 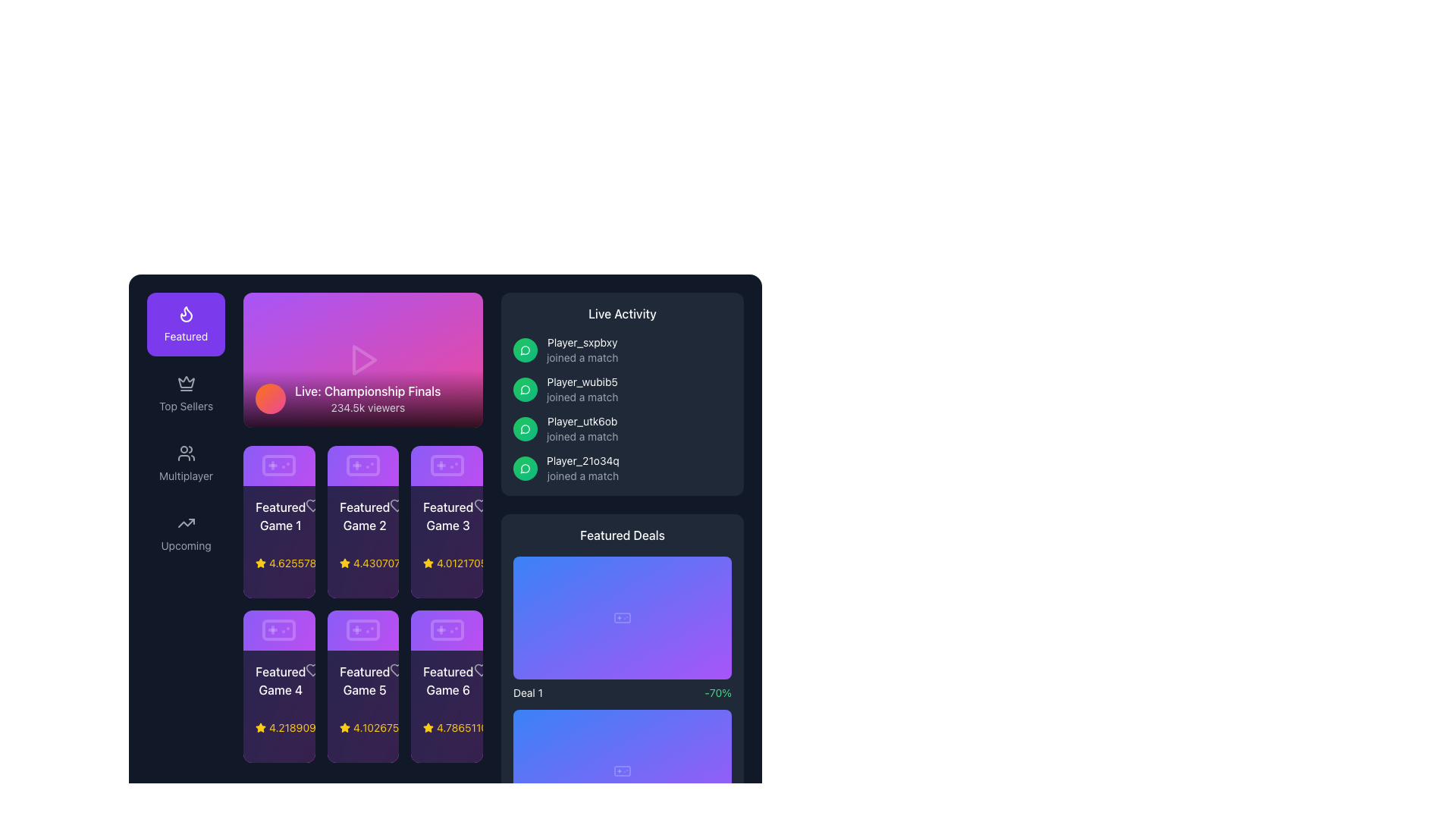 What do you see at coordinates (582, 421) in the screenshot?
I see `text label displaying the username 'Player_utk6ob' in the 'Live Activity' section, which is the third entry from the top` at bounding box center [582, 421].